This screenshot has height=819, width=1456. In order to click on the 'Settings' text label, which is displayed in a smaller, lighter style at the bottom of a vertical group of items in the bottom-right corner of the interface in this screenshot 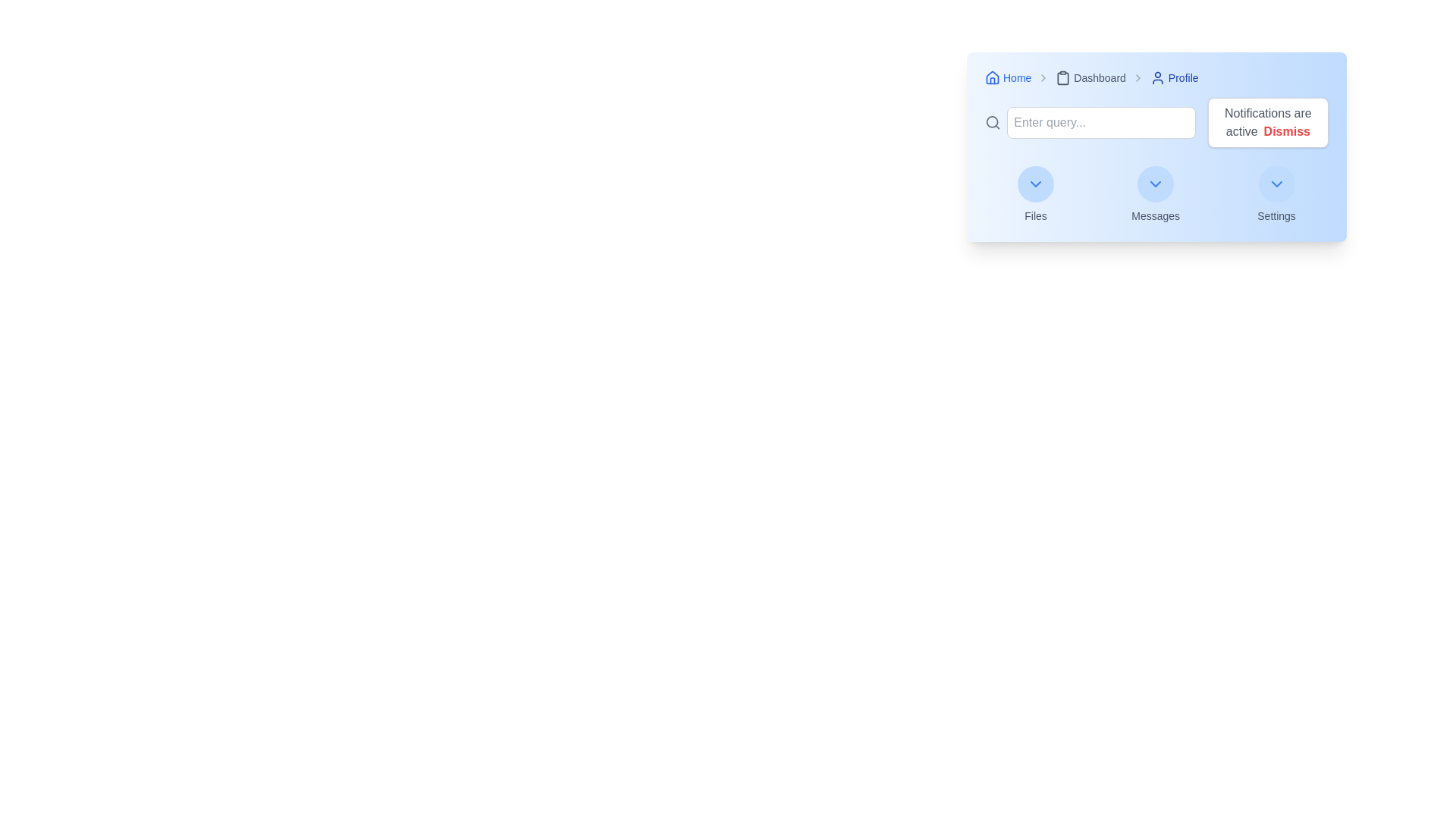, I will do `click(1276, 216)`.